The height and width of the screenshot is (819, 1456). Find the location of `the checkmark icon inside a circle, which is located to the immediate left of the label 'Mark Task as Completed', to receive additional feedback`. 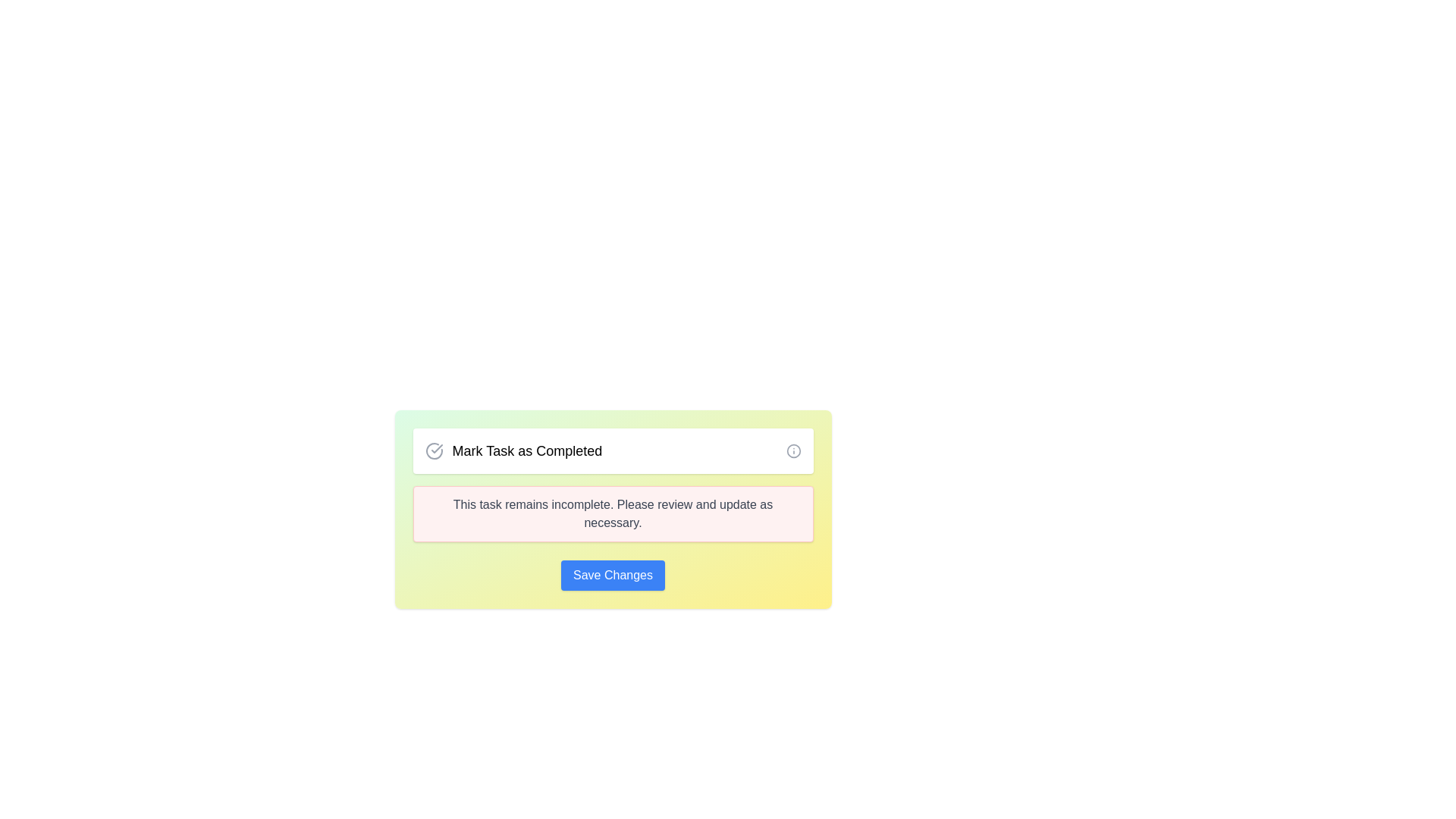

the checkmark icon inside a circle, which is located to the immediate left of the label 'Mark Task as Completed', to receive additional feedback is located at coordinates (433, 450).